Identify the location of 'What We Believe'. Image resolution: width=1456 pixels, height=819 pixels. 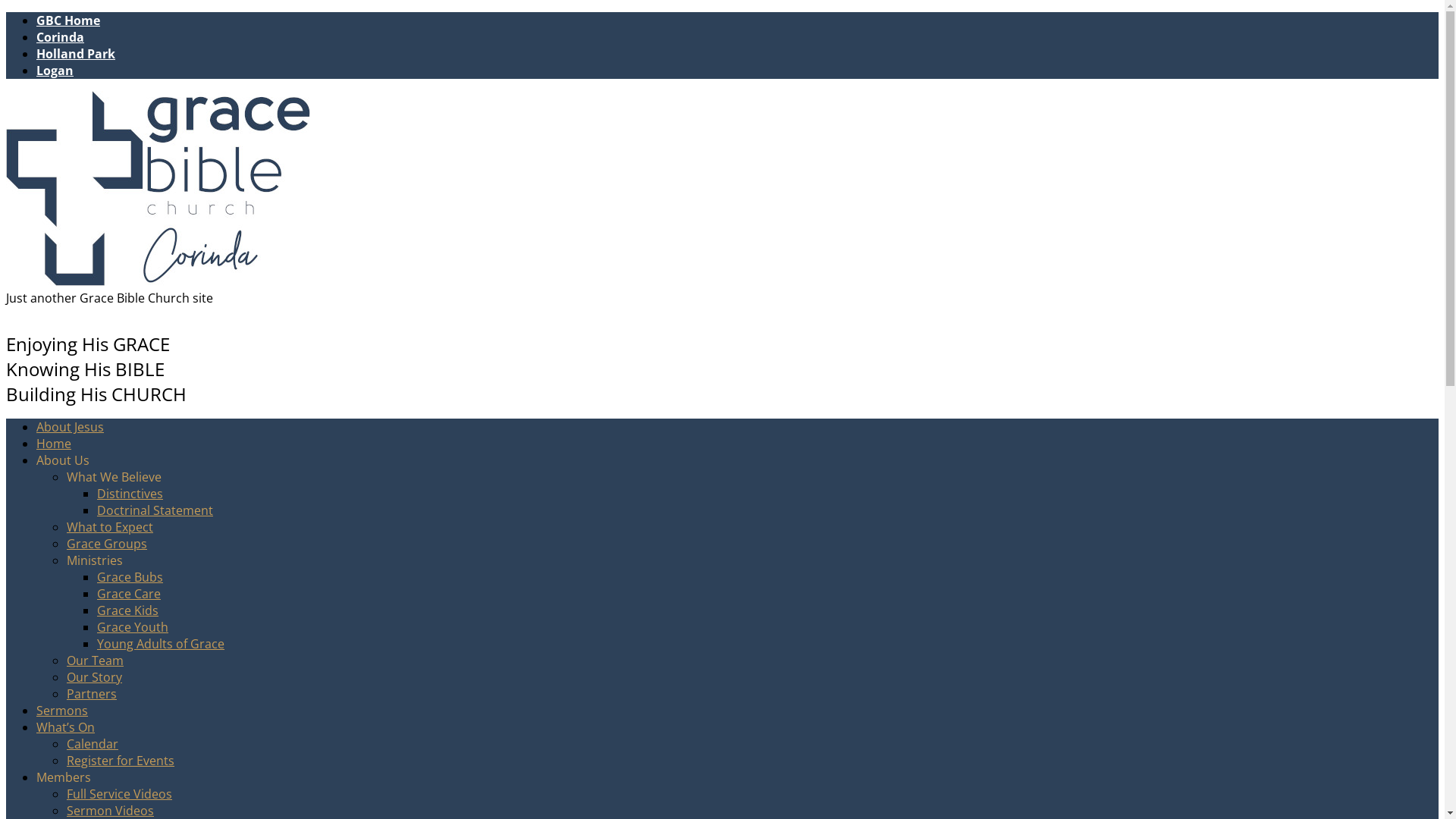
(65, 475).